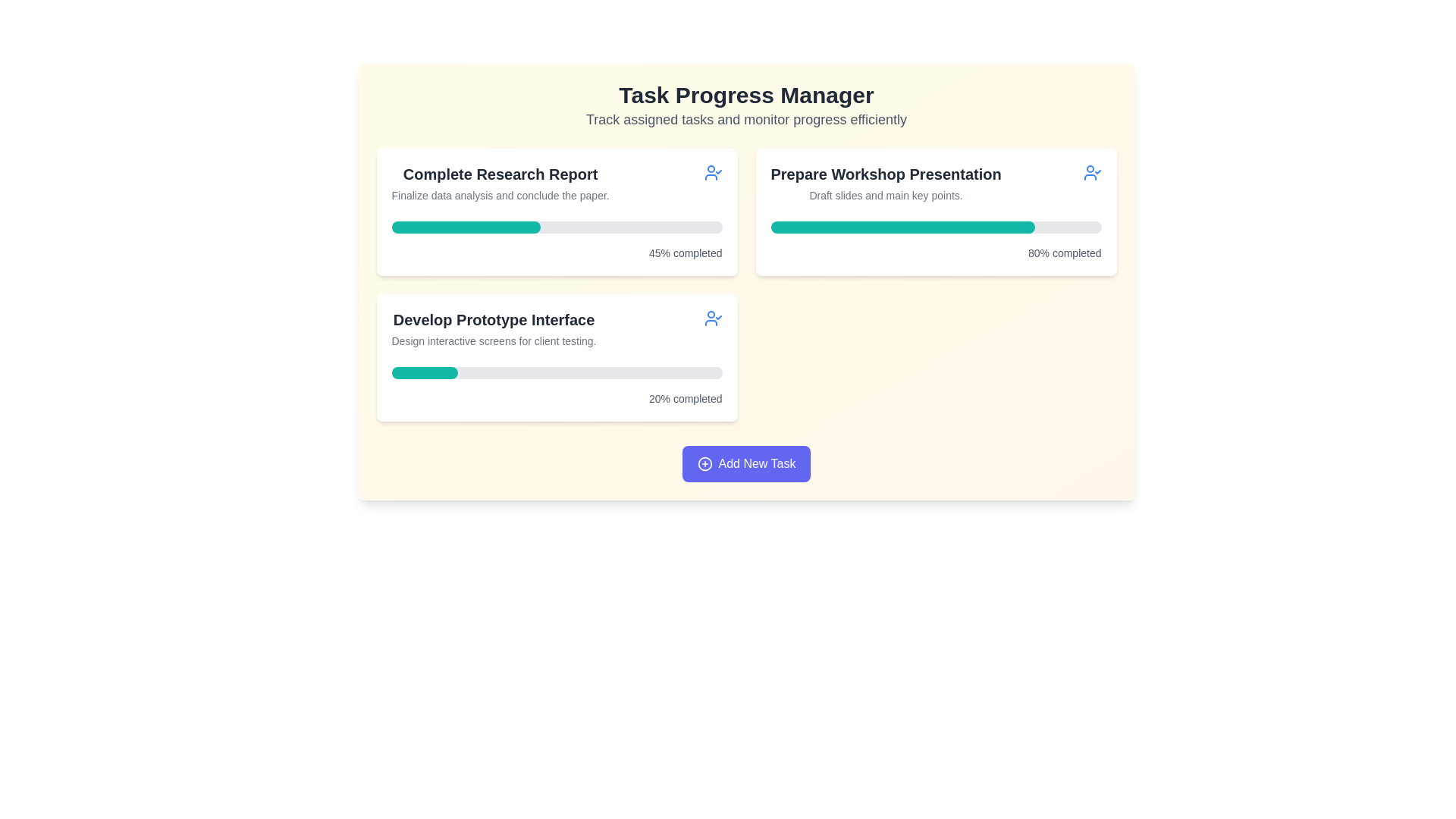 The width and height of the screenshot is (1456, 819). What do you see at coordinates (500, 195) in the screenshot?
I see `the text label displaying 'Finalize data analysis and conclude the paper.' which is positioned below the title 'Complete Research Report' within a task card on the left side of the main dashboard interface` at bounding box center [500, 195].